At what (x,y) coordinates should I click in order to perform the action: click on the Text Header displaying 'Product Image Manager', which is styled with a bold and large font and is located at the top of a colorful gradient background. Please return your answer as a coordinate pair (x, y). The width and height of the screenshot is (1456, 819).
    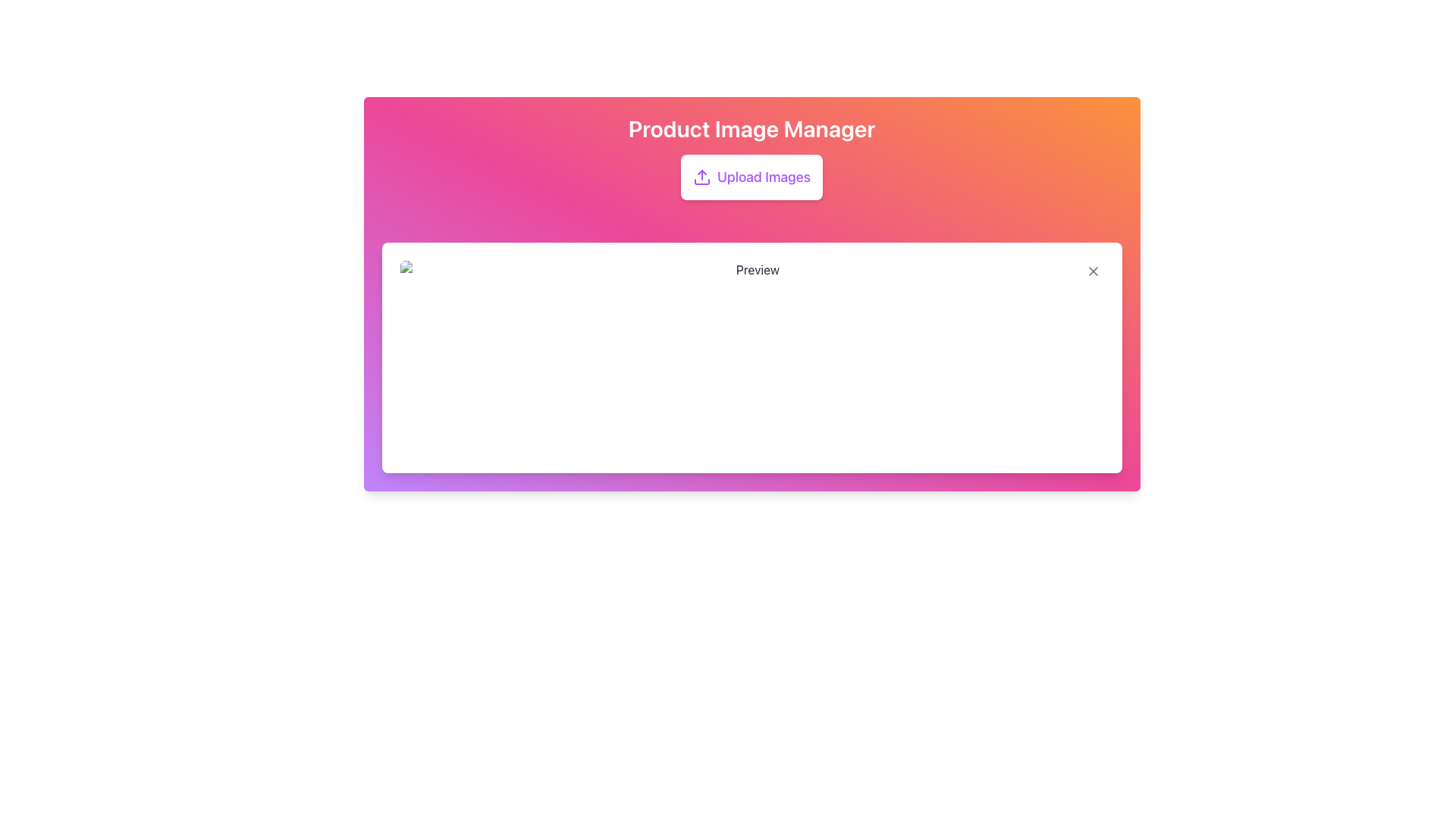
    Looking at the image, I should click on (752, 127).